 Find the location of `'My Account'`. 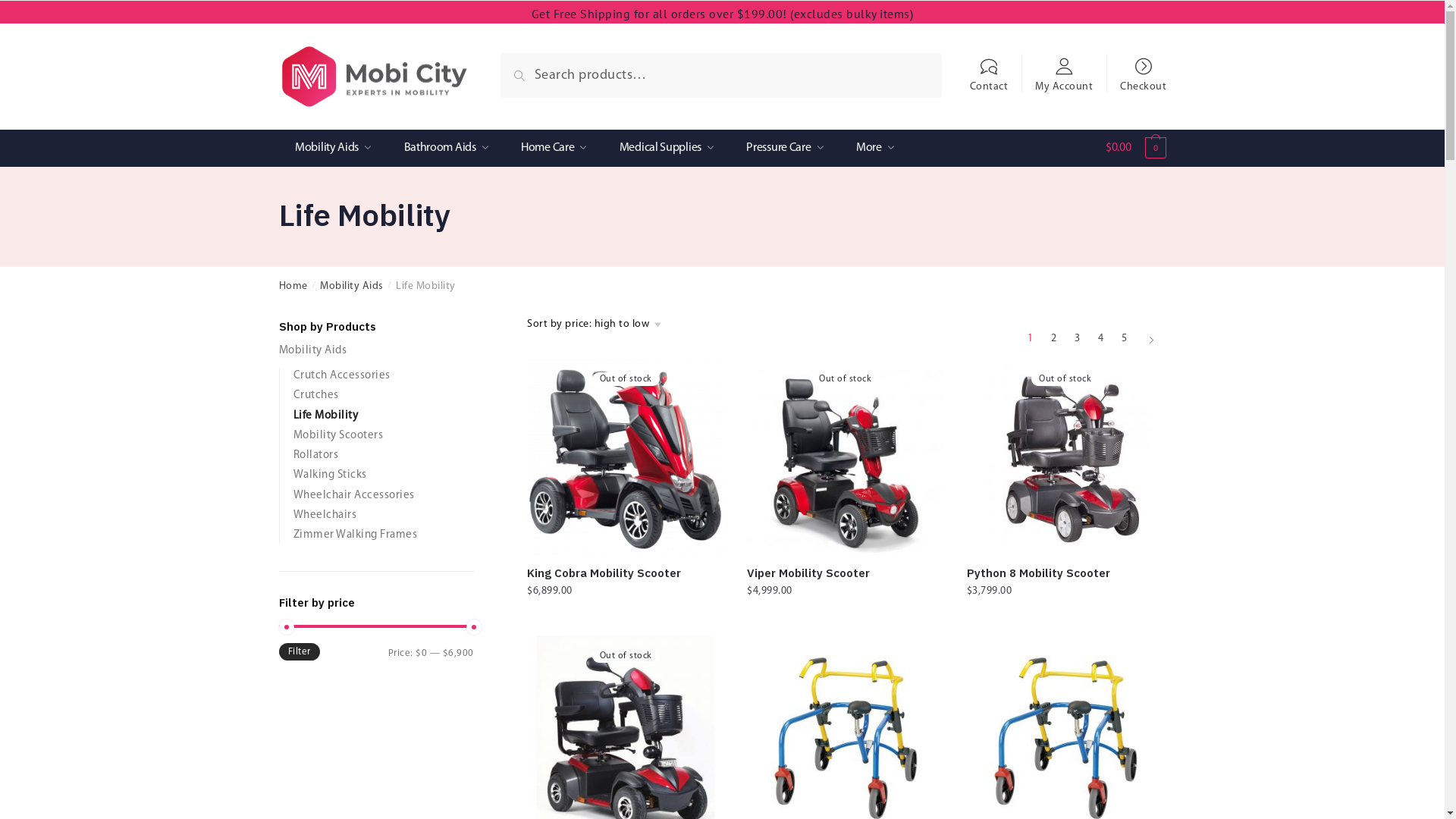

'My Account' is located at coordinates (1063, 67).